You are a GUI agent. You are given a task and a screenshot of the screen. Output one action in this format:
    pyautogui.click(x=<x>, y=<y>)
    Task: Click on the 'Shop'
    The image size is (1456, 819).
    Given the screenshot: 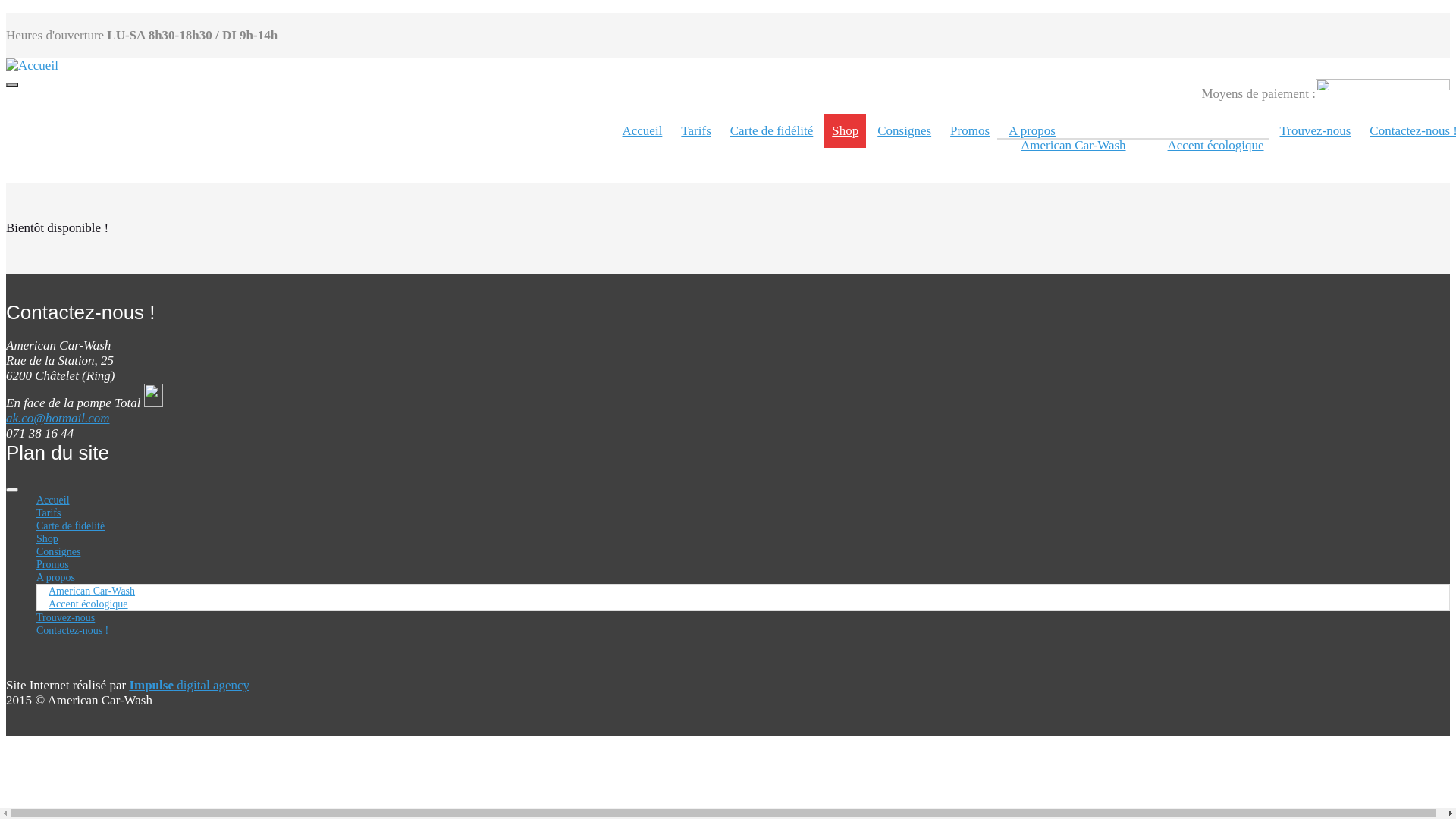 What is the action you would take?
    pyautogui.click(x=47, y=538)
    